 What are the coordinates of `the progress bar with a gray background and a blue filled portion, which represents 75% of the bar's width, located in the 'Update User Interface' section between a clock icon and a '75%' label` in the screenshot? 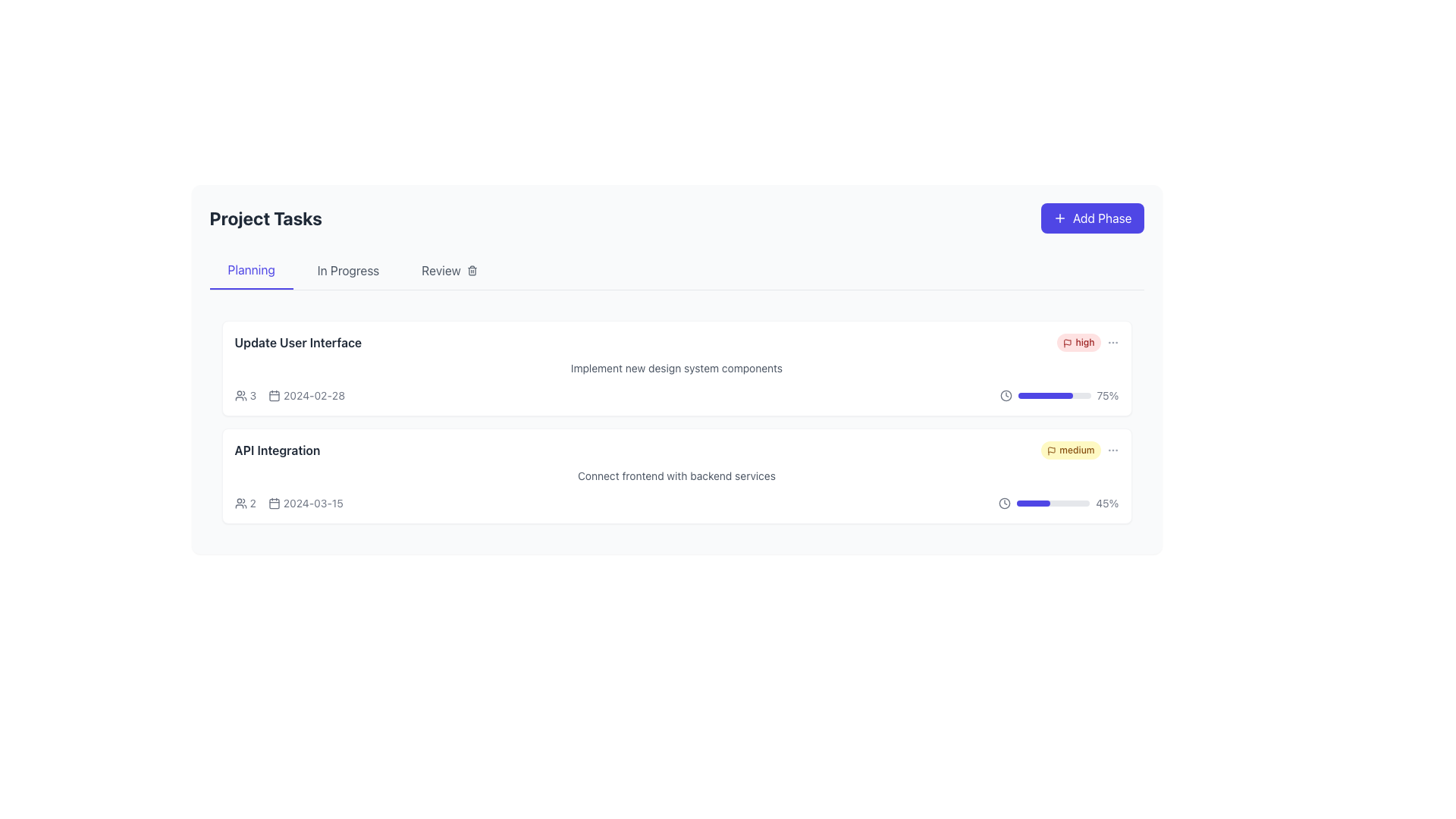 It's located at (1053, 394).